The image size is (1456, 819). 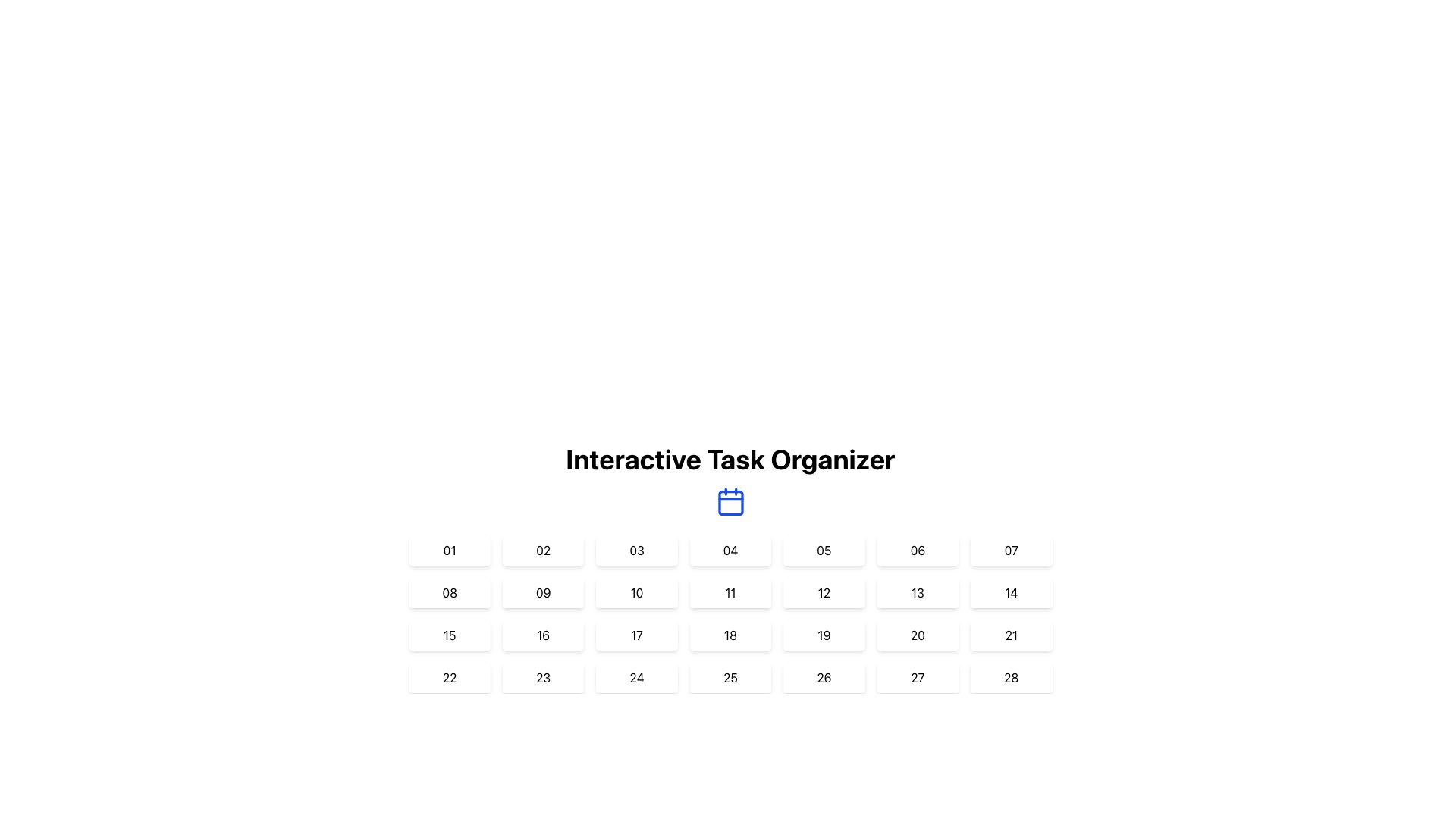 What do you see at coordinates (823, 592) in the screenshot?
I see `the button displaying the number '12'` at bounding box center [823, 592].